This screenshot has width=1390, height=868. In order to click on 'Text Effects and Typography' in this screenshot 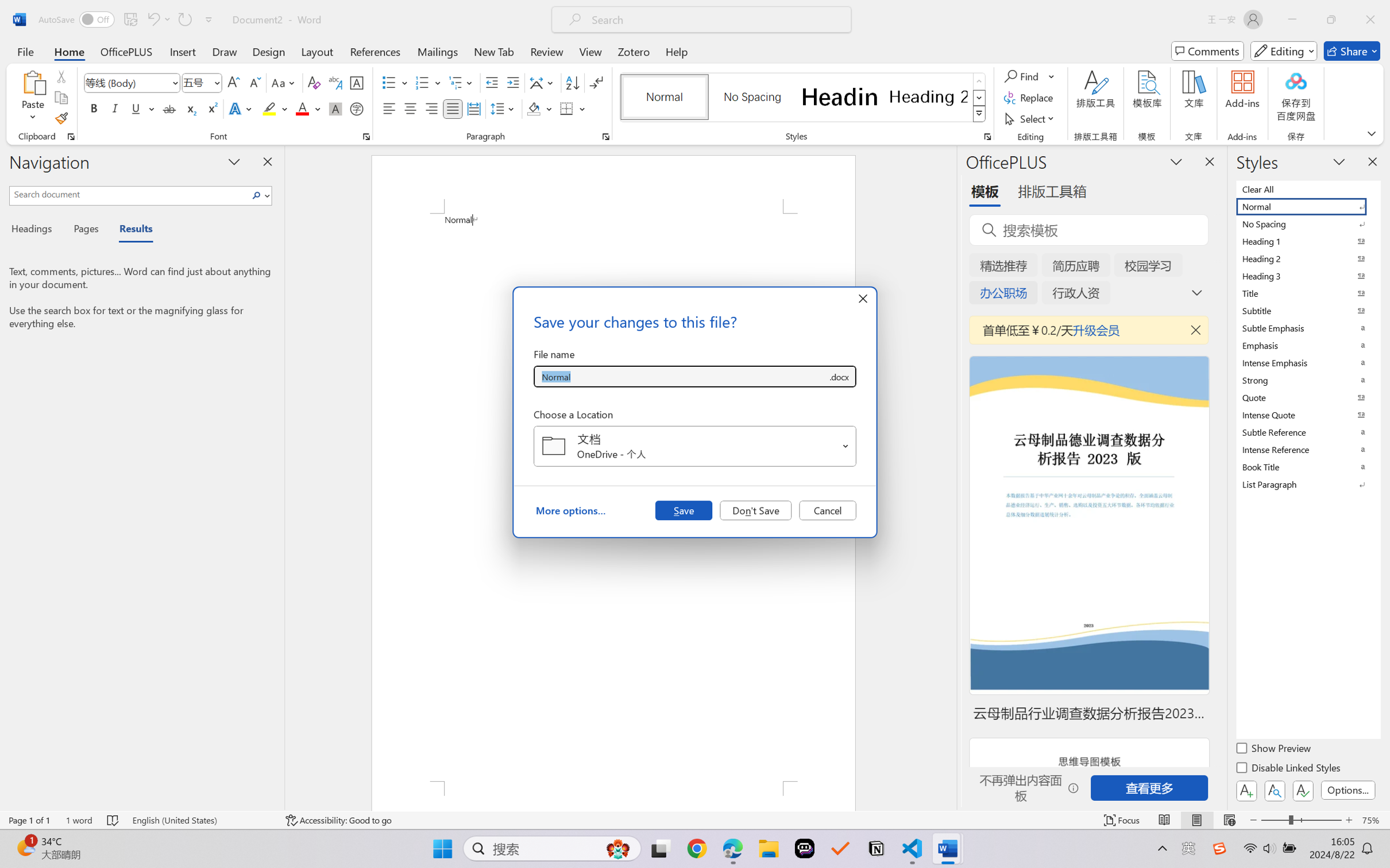, I will do `click(241, 108)`.